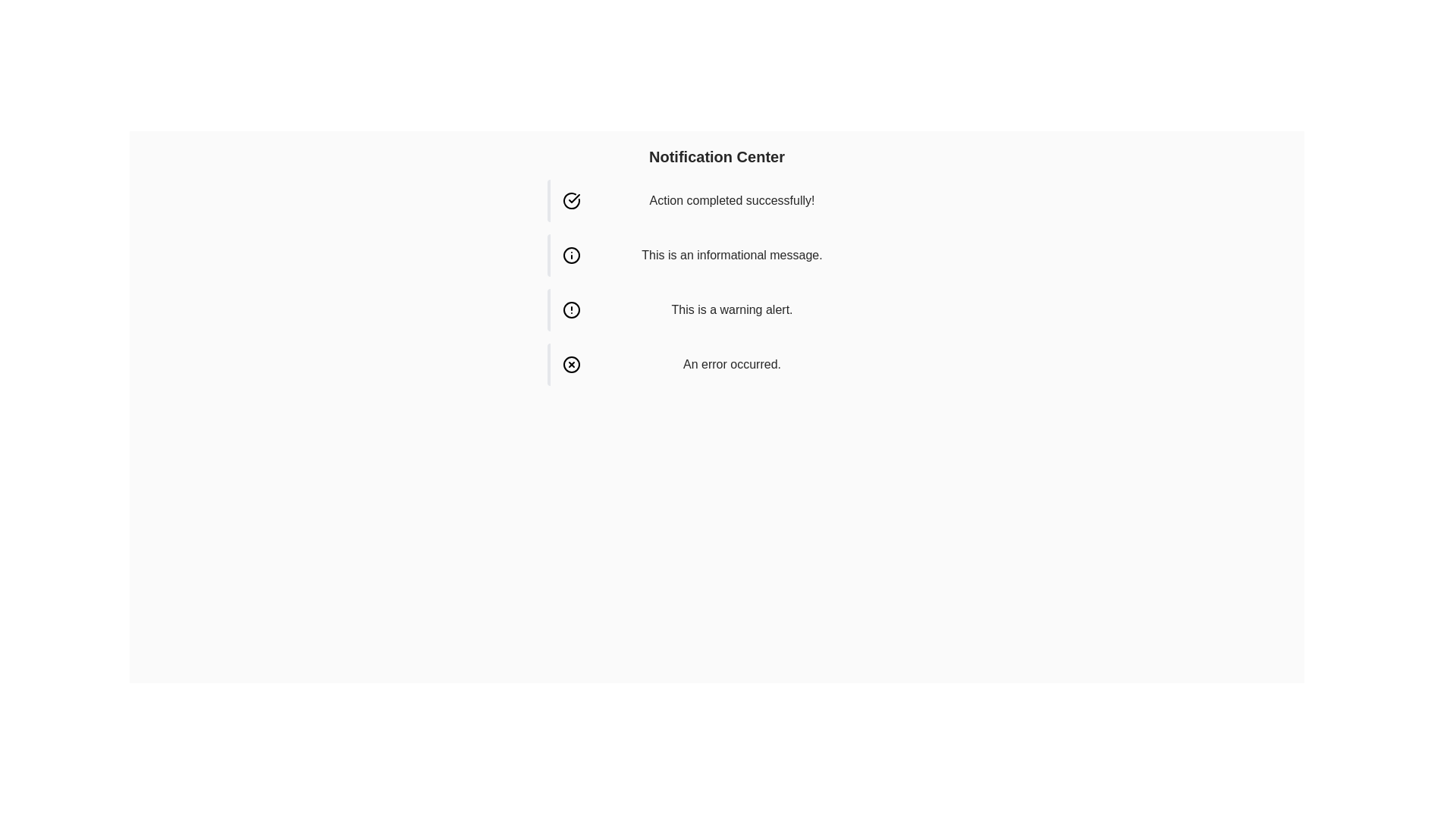 This screenshot has height=819, width=1456. Describe the element at coordinates (716, 254) in the screenshot. I see `the second notification box, which has a pale blue background and contains the message 'This is an informational message.'` at that location.